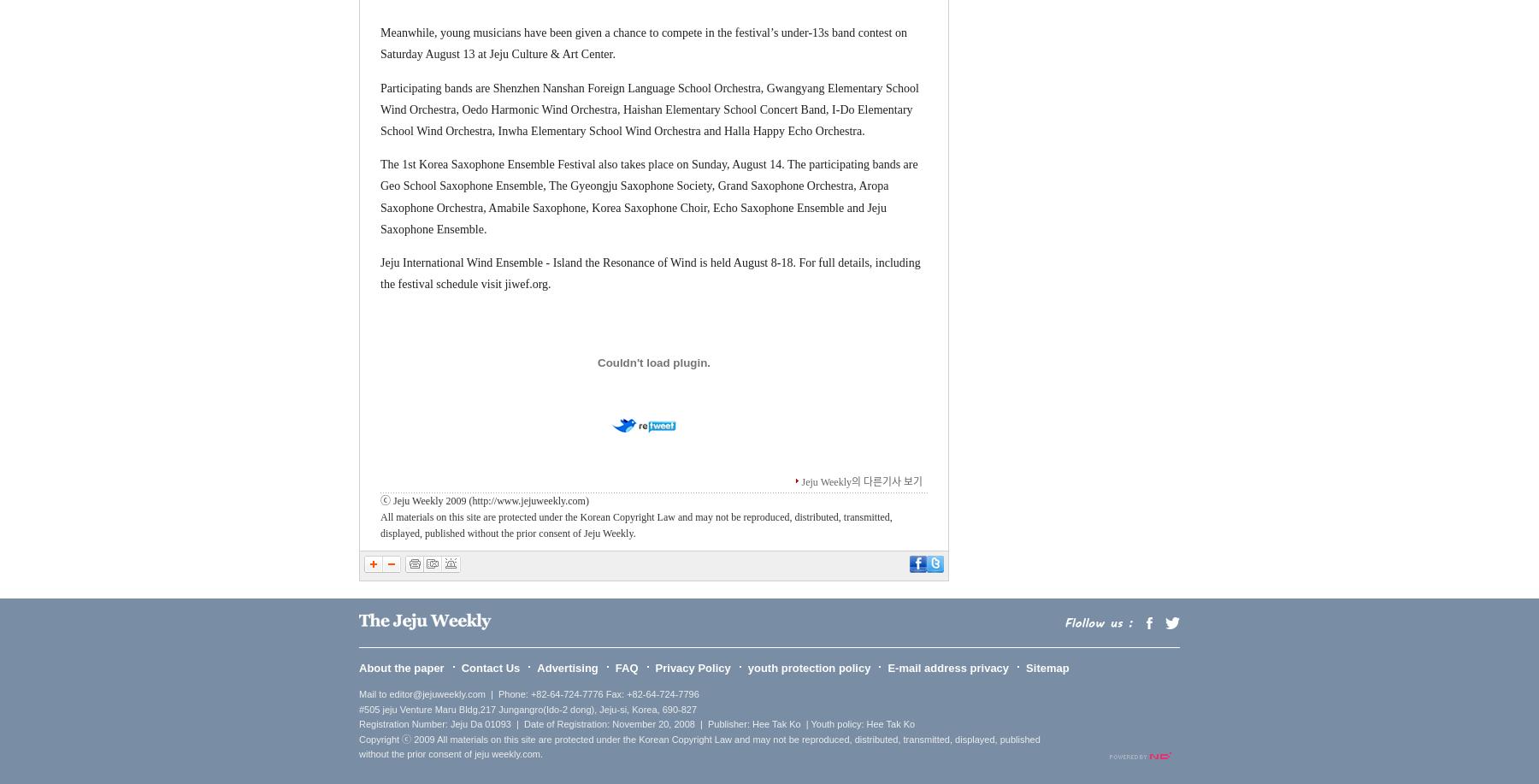  Describe the element at coordinates (358, 666) in the screenshot. I see `'About the paper'` at that location.